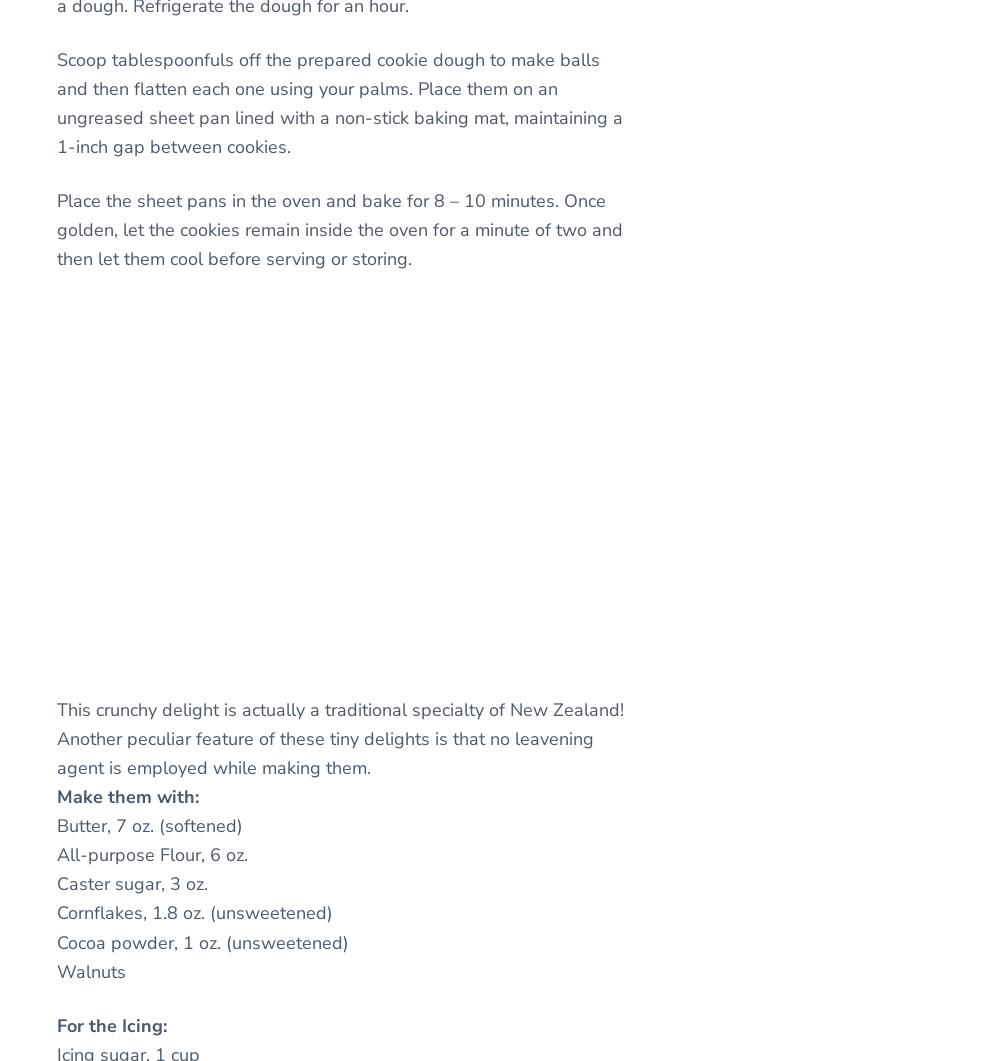 The height and width of the screenshot is (1061, 984). I want to click on 'Walnuts', so click(55, 970).